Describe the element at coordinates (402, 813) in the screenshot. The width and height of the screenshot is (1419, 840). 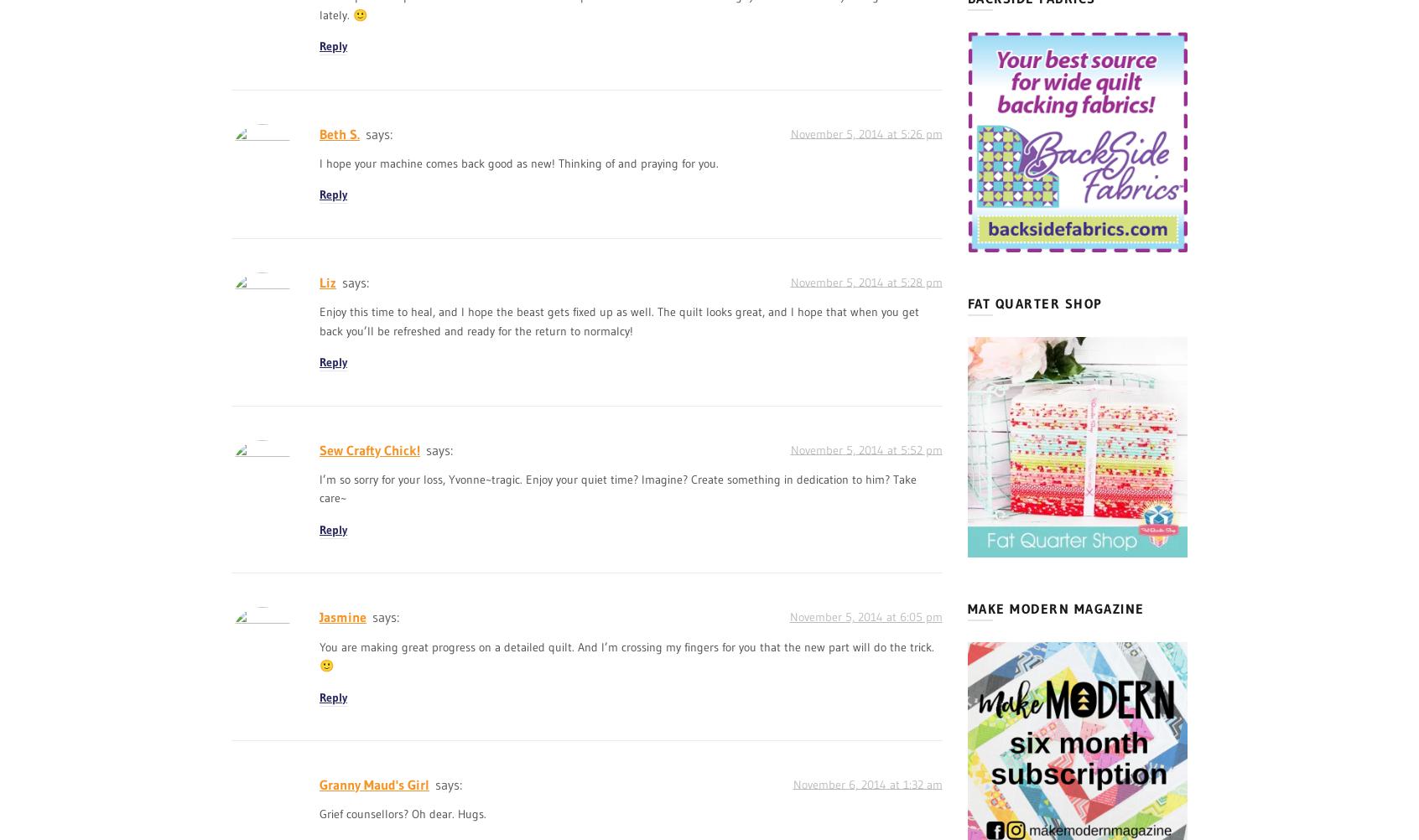
I see `'Grief counsellors? Oh dear. Hugs.'` at that location.